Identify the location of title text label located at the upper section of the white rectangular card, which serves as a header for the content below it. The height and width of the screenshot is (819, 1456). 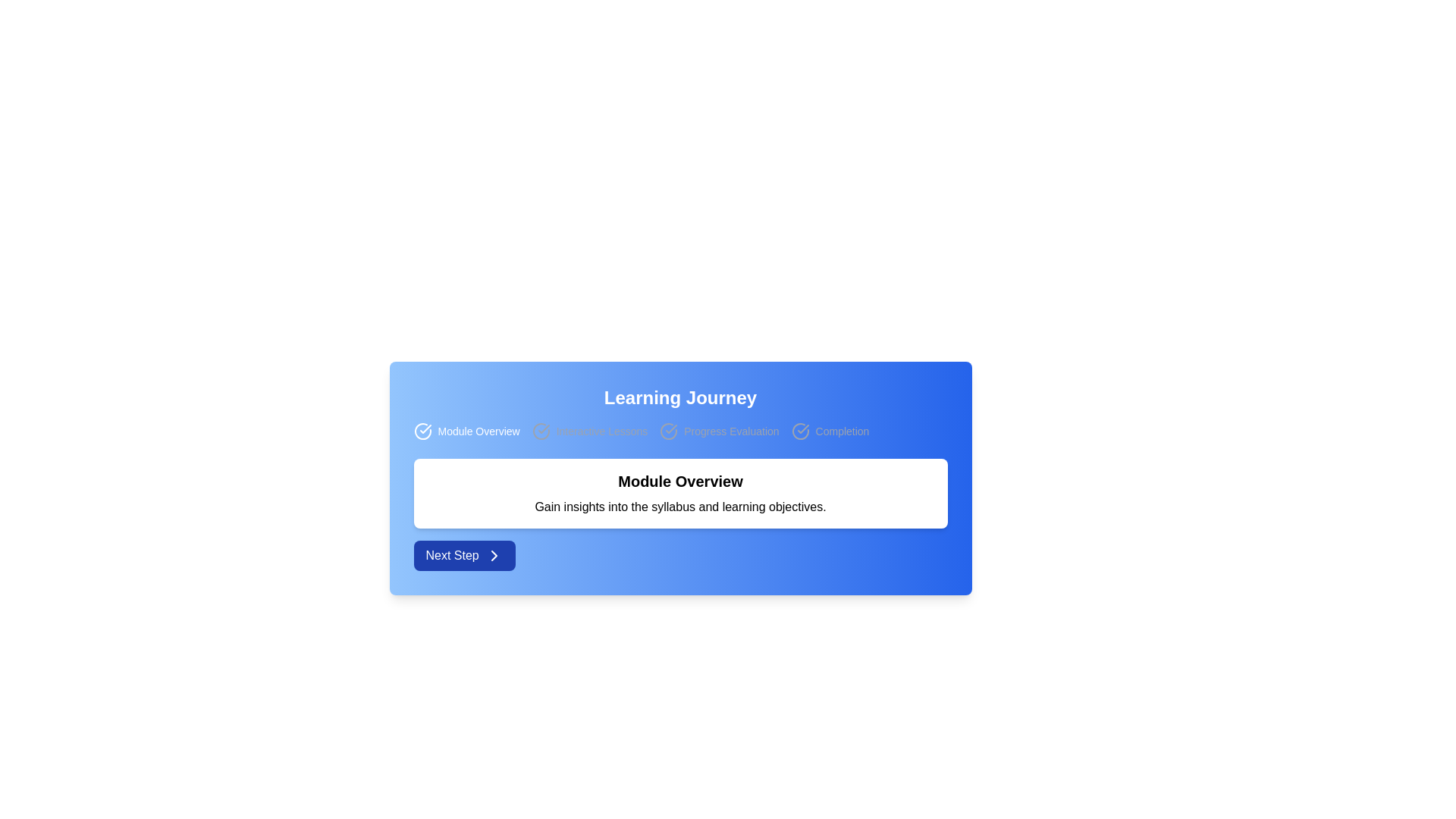
(679, 482).